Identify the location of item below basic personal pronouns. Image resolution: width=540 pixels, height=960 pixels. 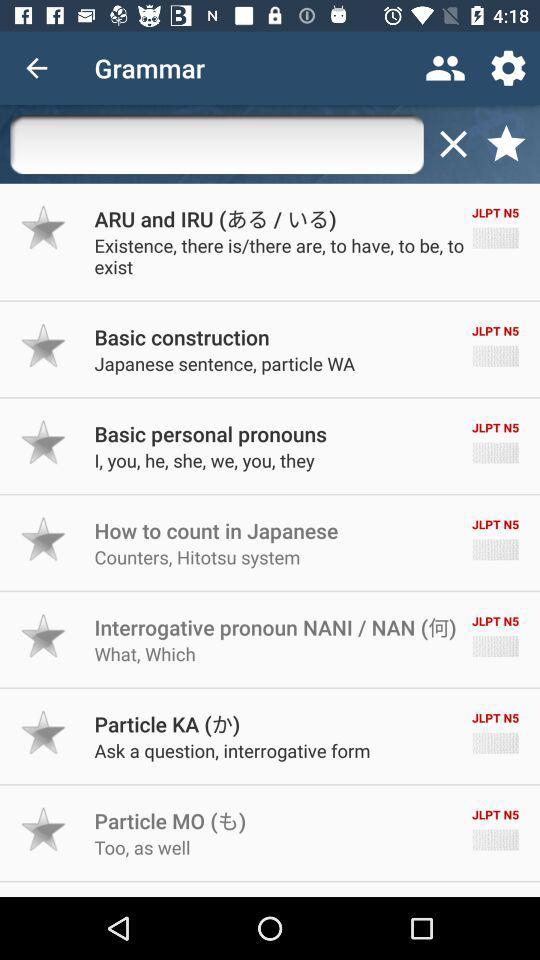
(203, 460).